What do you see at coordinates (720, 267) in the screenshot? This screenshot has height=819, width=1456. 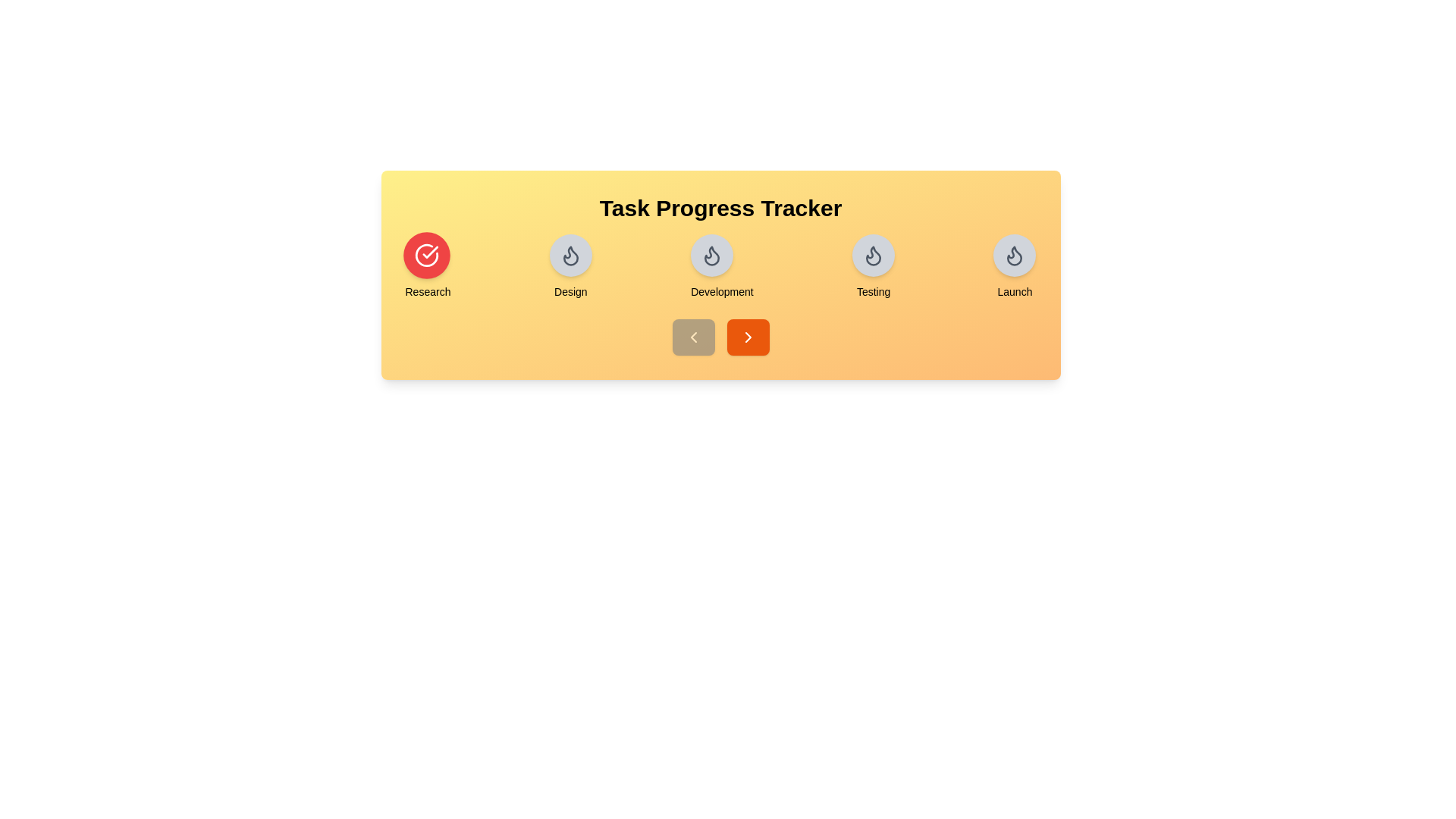 I see `the 'Development' step tracker node` at bounding box center [720, 267].